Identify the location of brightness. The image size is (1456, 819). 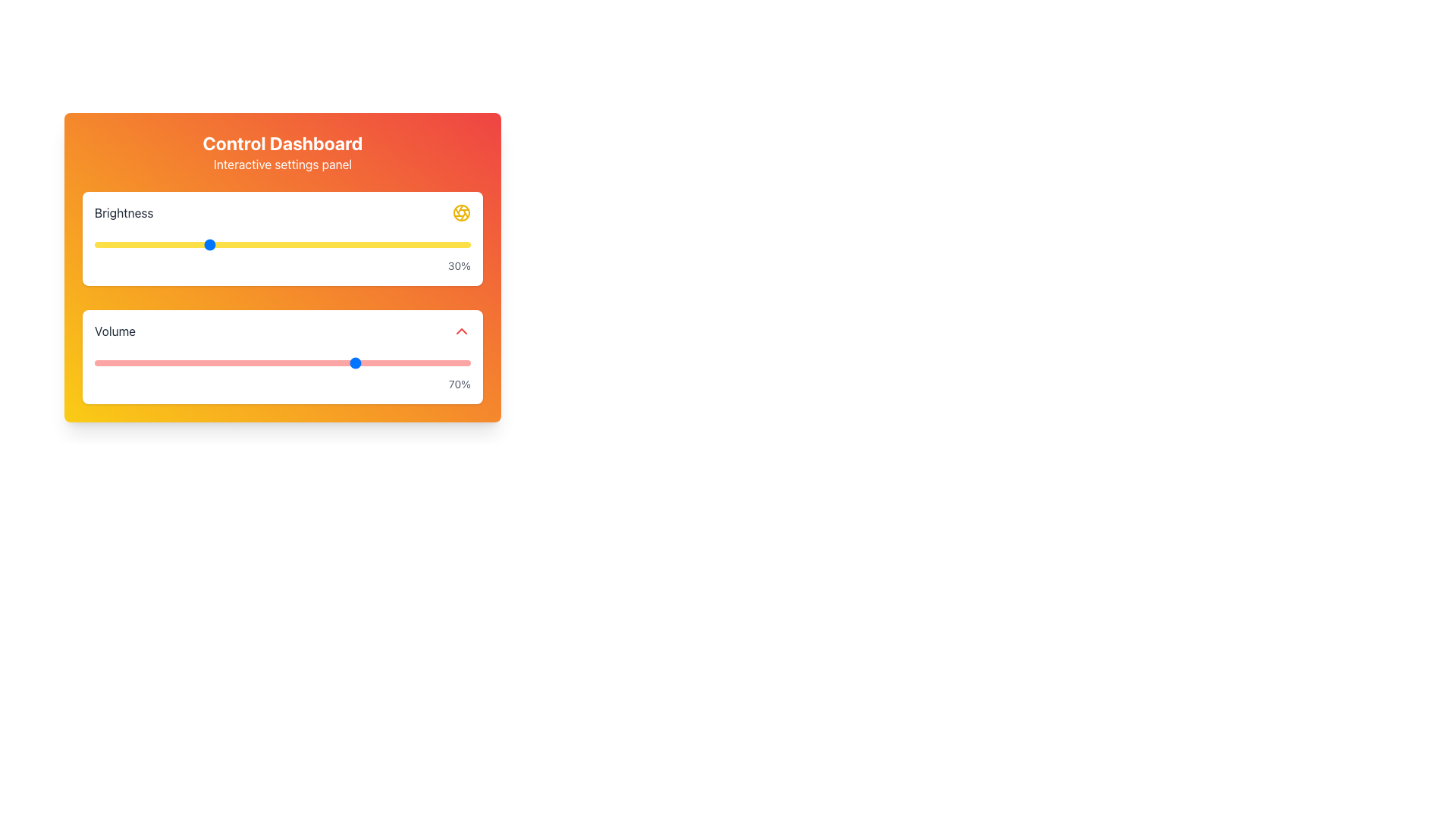
(304, 244).